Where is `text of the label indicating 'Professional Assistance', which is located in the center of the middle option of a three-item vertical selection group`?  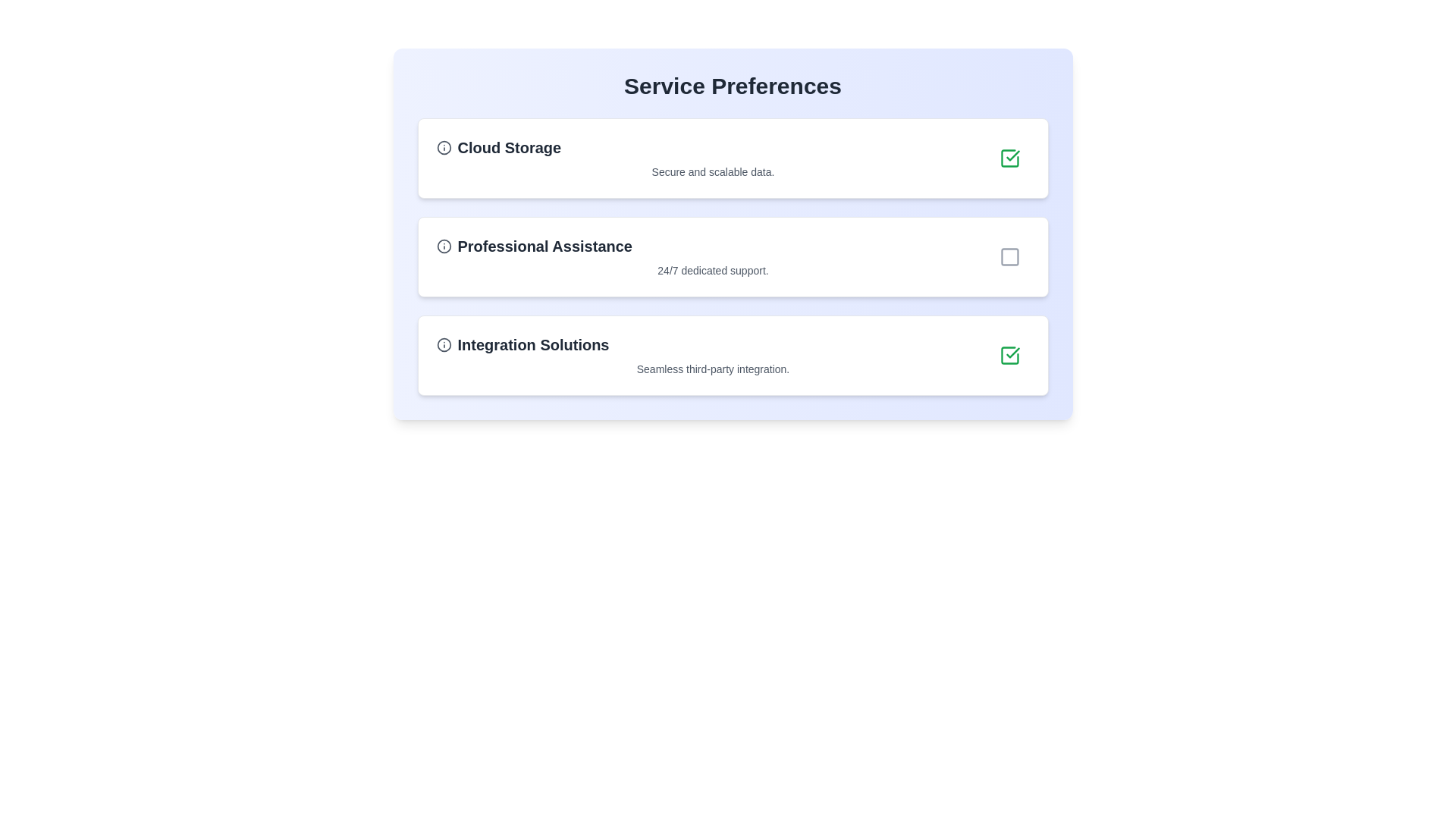 text of the label indicating 'Professional Assistance', which is located in the center of the middle option of a three-item vertical selection group is located at coordinates (544, 245).